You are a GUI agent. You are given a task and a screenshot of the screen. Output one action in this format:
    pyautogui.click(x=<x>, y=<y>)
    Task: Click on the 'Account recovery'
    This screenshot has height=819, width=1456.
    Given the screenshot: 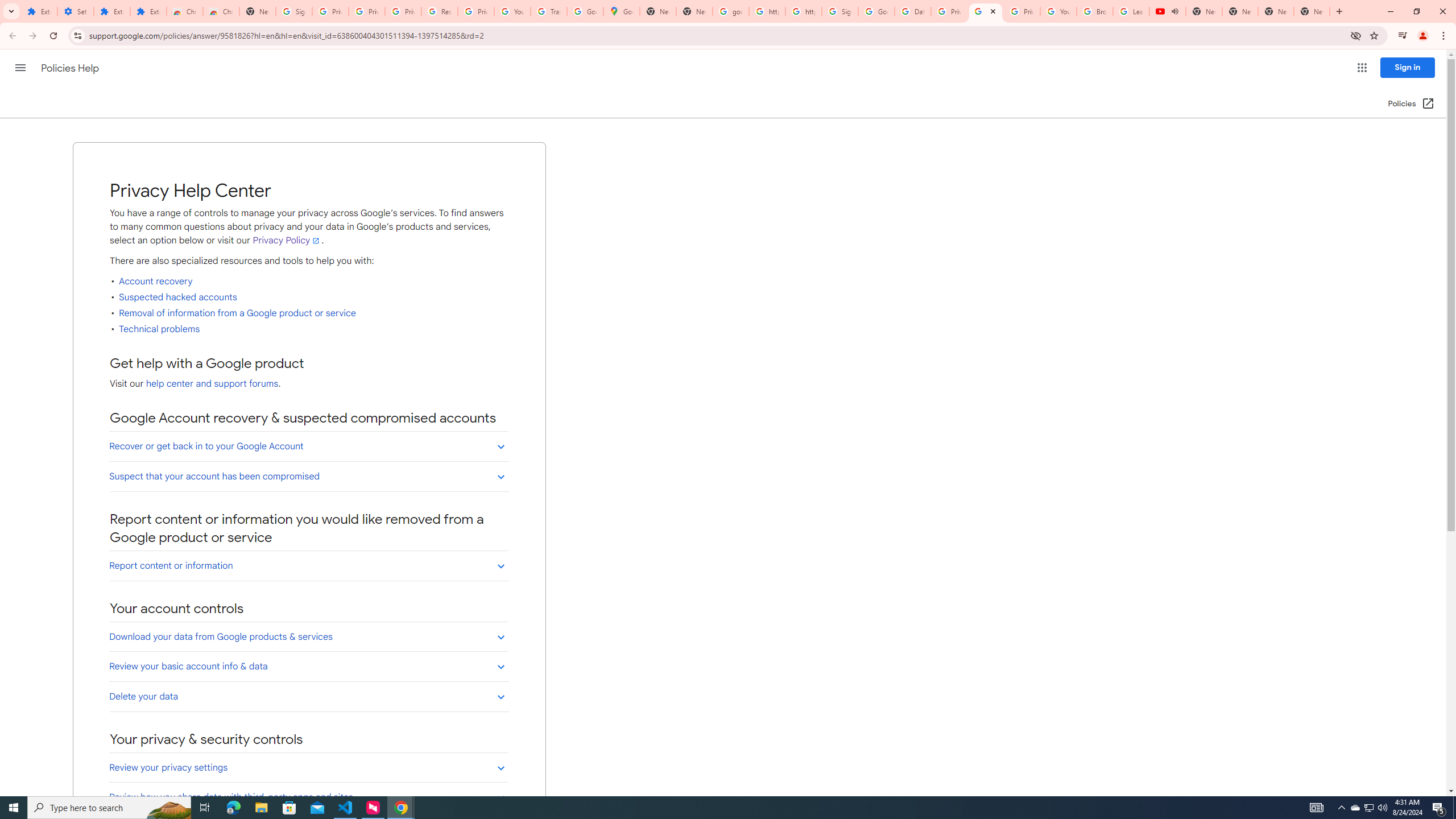 What is the action you would take?
    pyautogui.click(x=155, y=281)
    